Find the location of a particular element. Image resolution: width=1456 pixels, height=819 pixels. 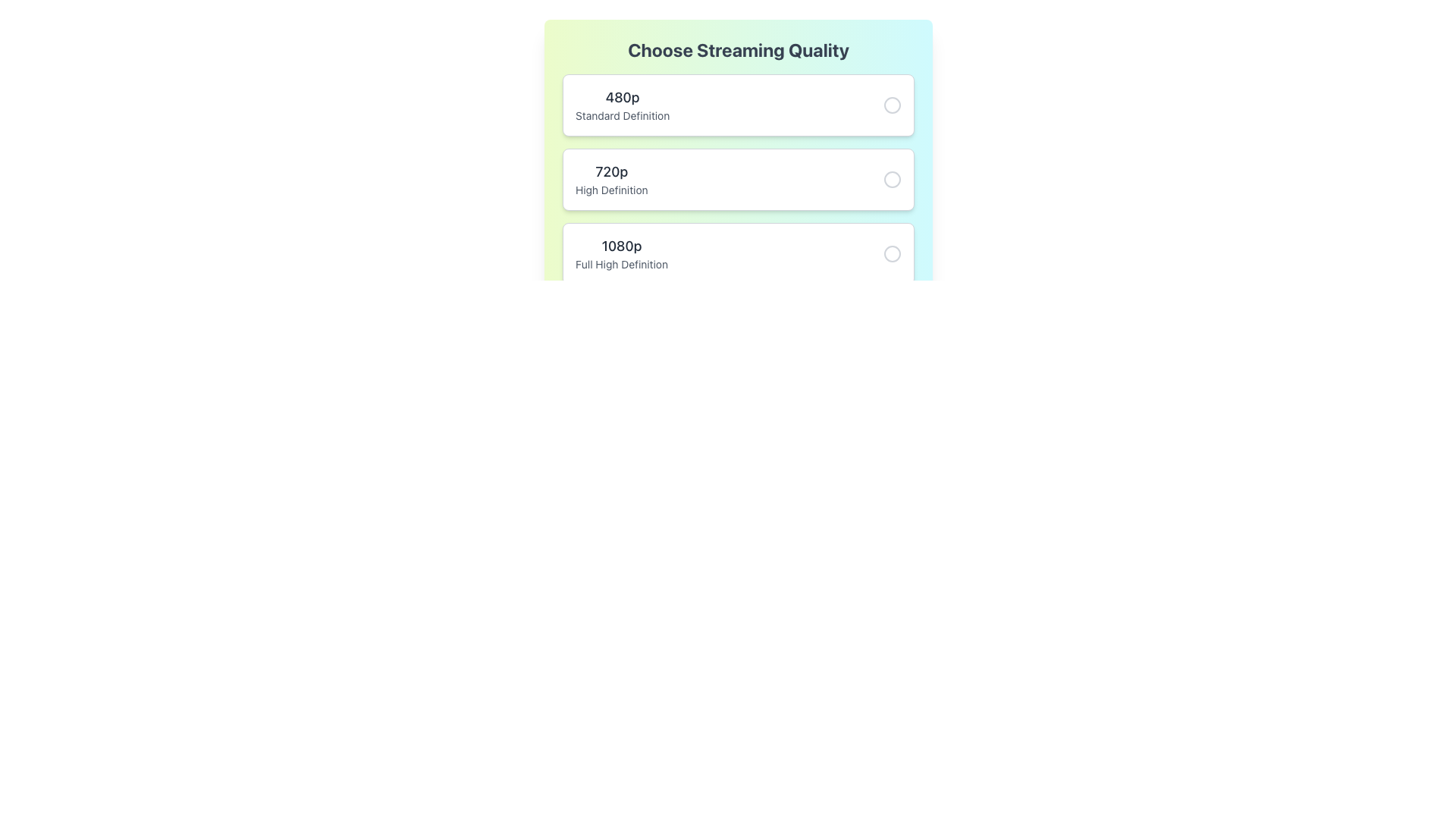

the '720p High Definition' text display element, which is the second option in the streaming quality selection menu, located between '480p Standard Definition' and '1080p Full High Definition' is located at coordinates (611, 178).